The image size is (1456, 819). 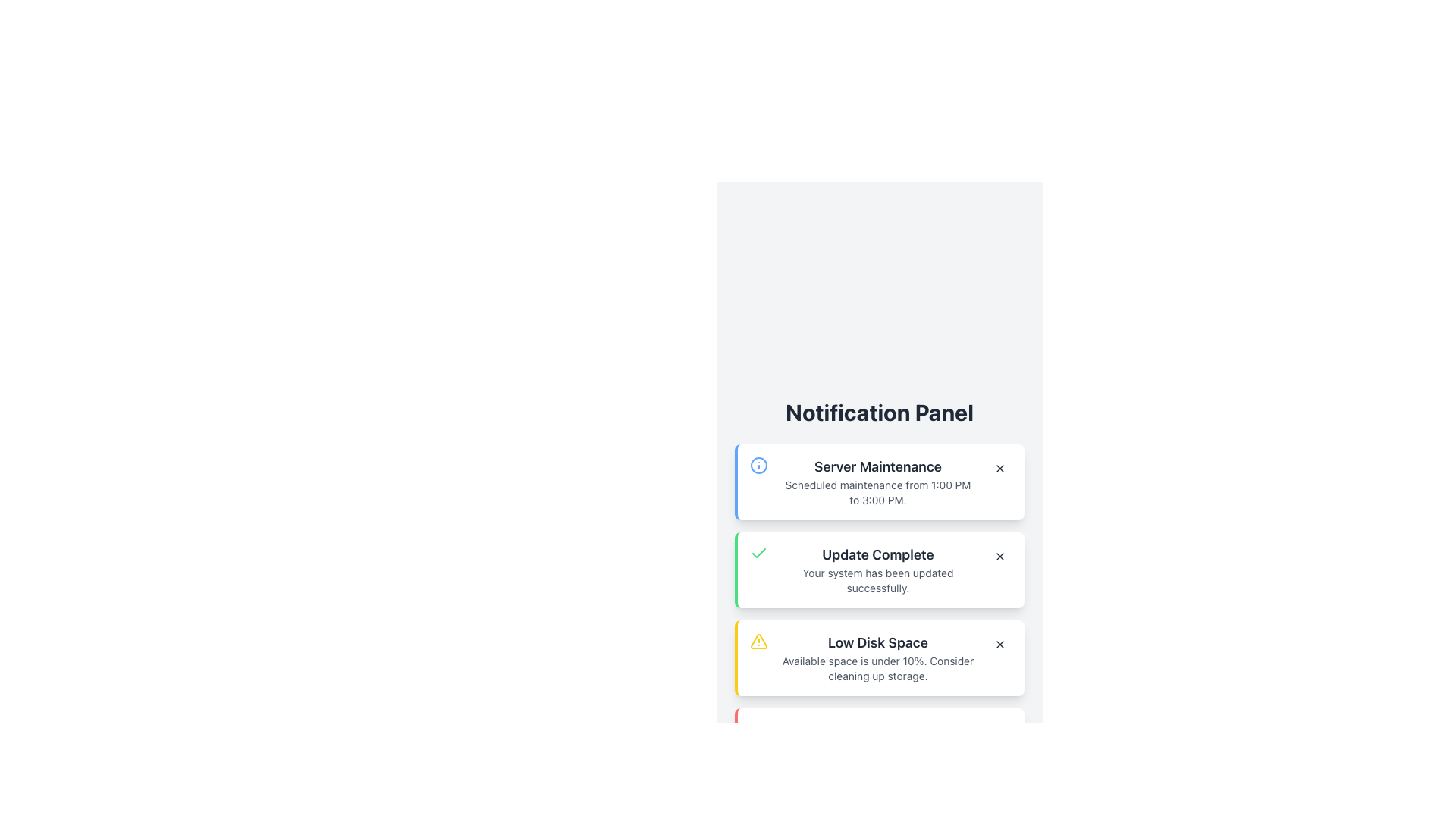 I want to click on the dismiss button for the 'Low Disk Space' notification, so click(x=1000, y=644).